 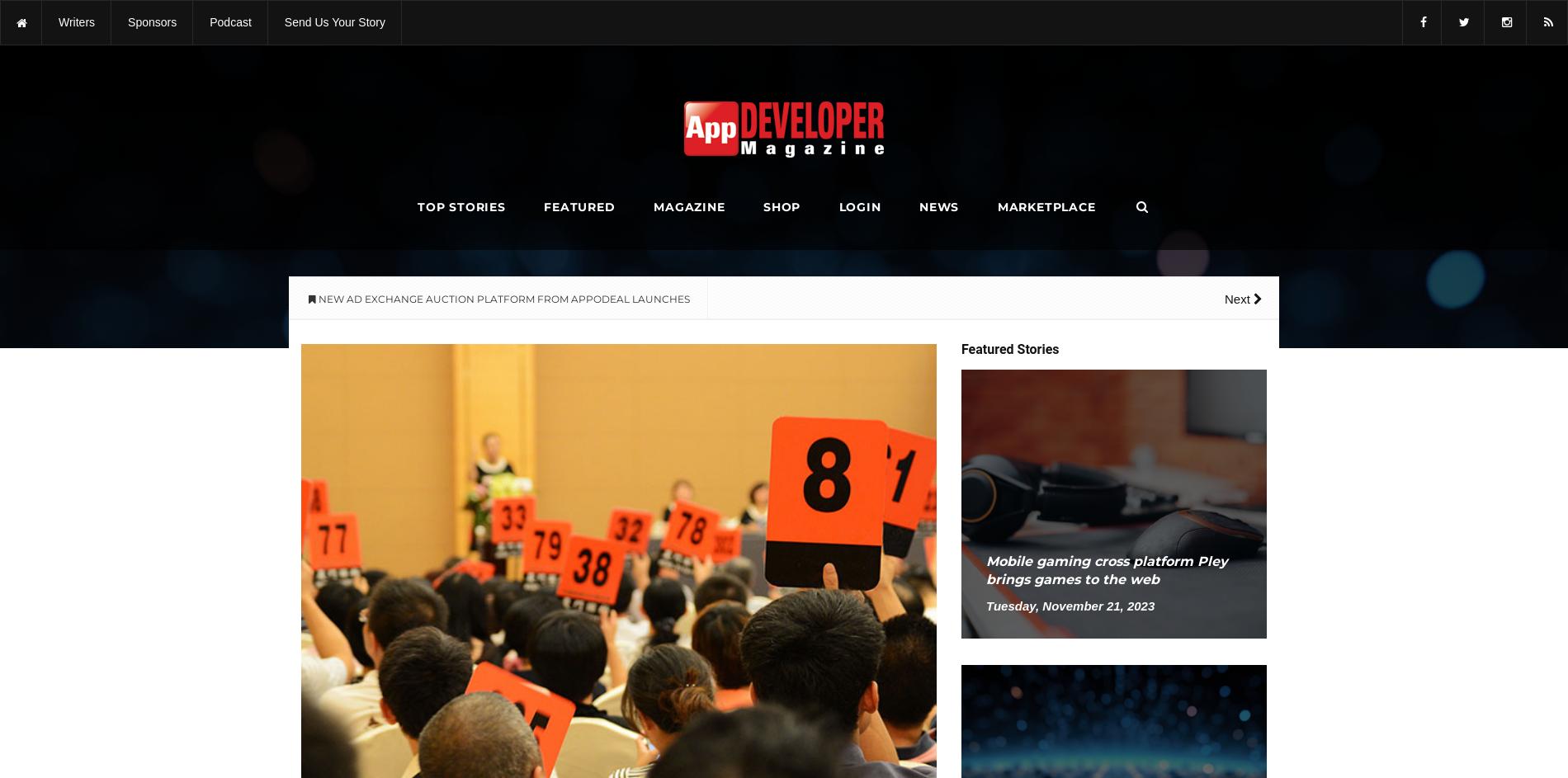 What do you see at coordinates (503, 299) in the screenshot?
I see `'NEW AD EXCHANGE AUCTION PLATFORM FROM APPODEAL LAUNCHES'` at bounding box center [503, 299].